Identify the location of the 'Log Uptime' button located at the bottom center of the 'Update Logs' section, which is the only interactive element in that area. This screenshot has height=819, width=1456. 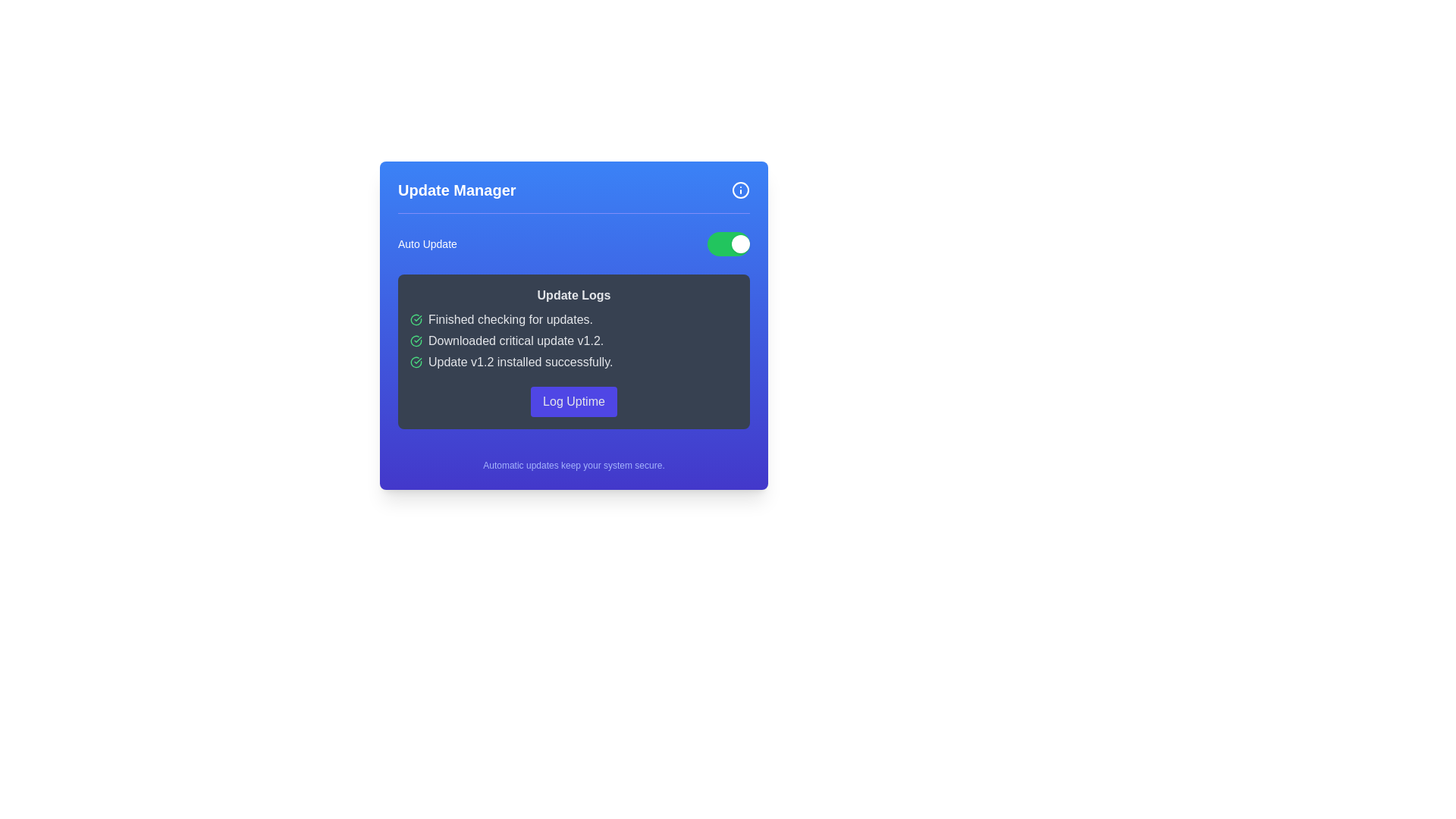
(573, 400).